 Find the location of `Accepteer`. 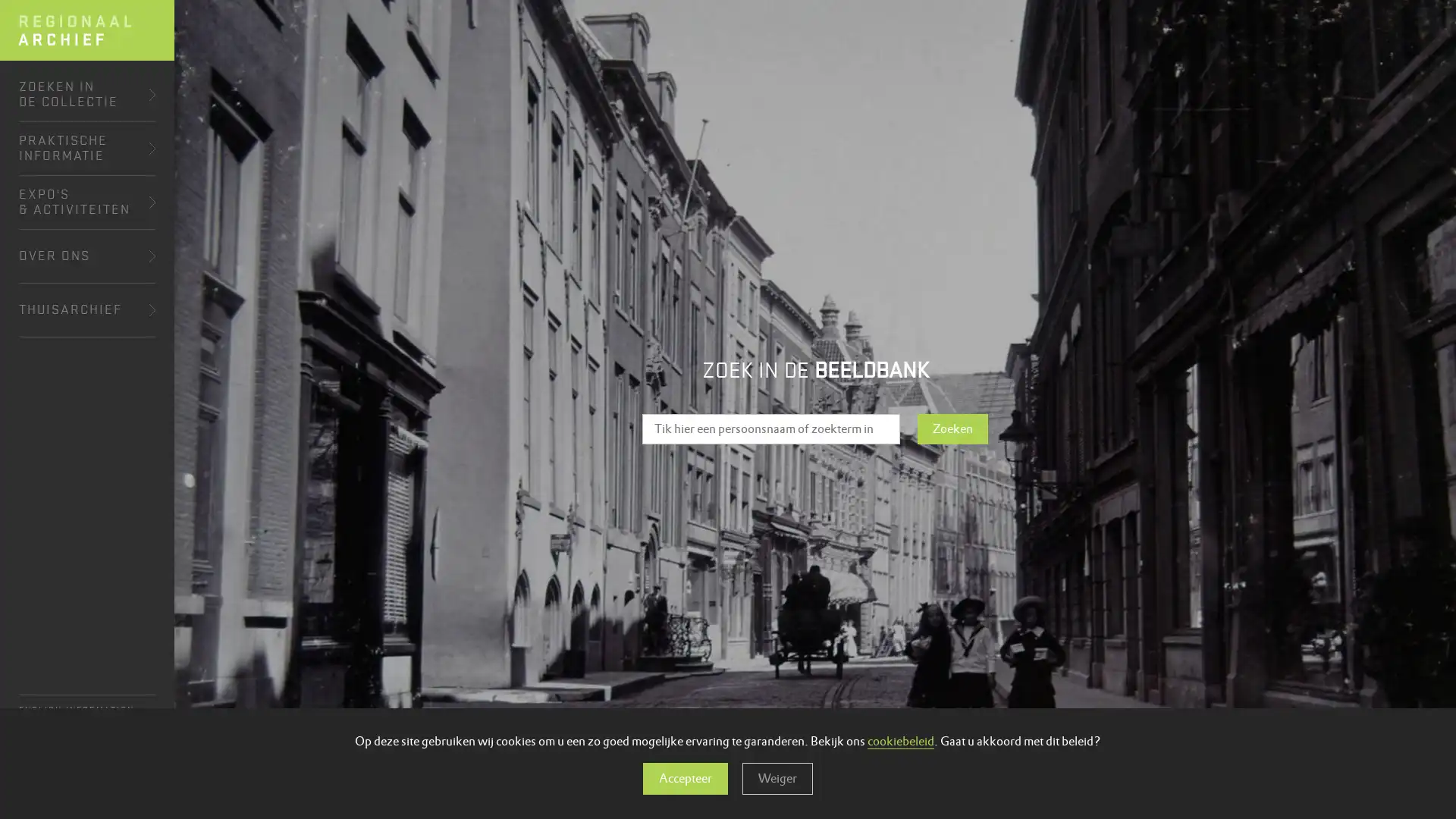

Accepteer is located at coordinates (684, 778).